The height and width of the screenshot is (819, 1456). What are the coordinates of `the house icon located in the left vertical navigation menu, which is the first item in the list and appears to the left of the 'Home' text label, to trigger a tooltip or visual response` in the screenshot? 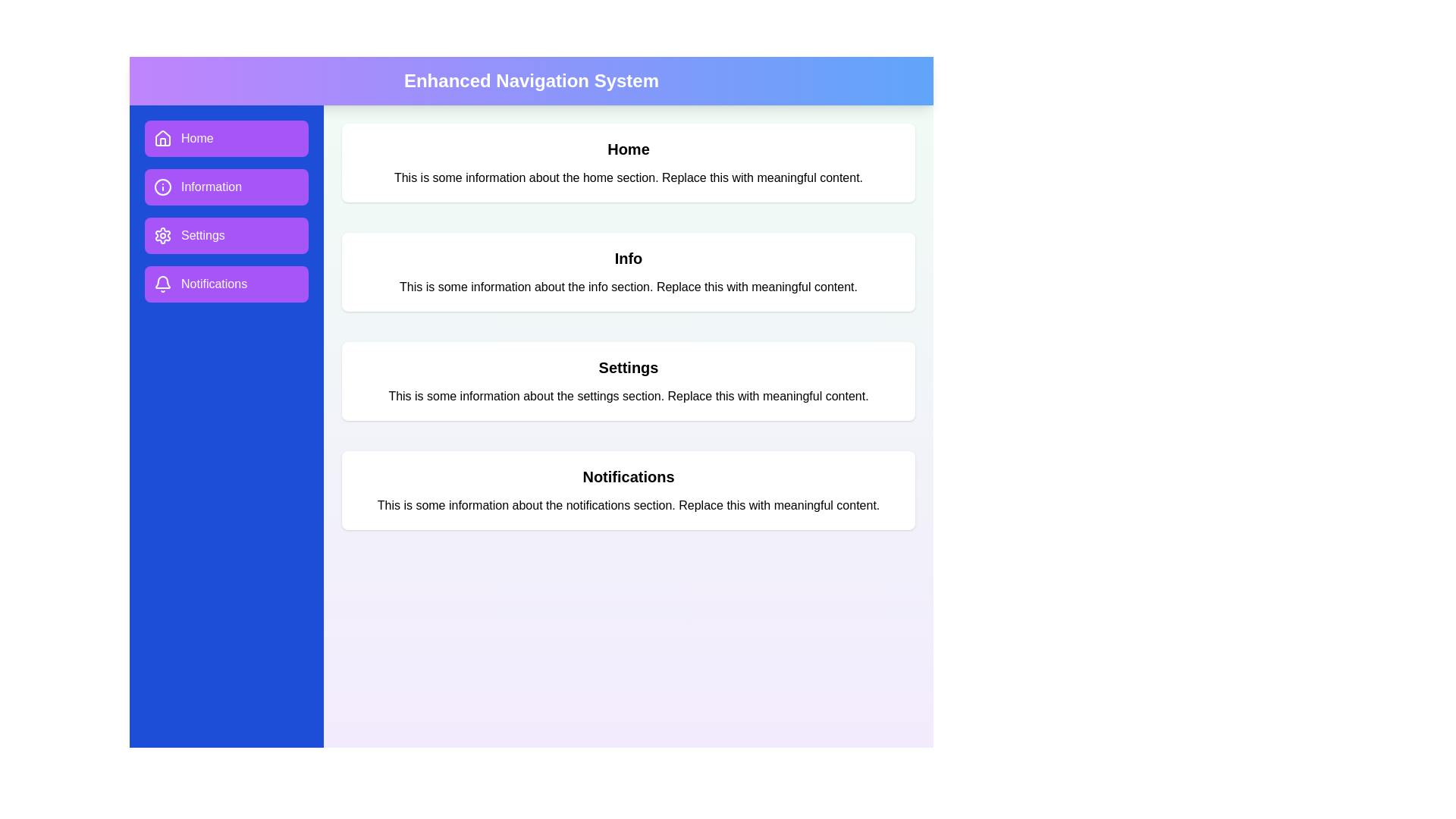 It's located at (163, 137).